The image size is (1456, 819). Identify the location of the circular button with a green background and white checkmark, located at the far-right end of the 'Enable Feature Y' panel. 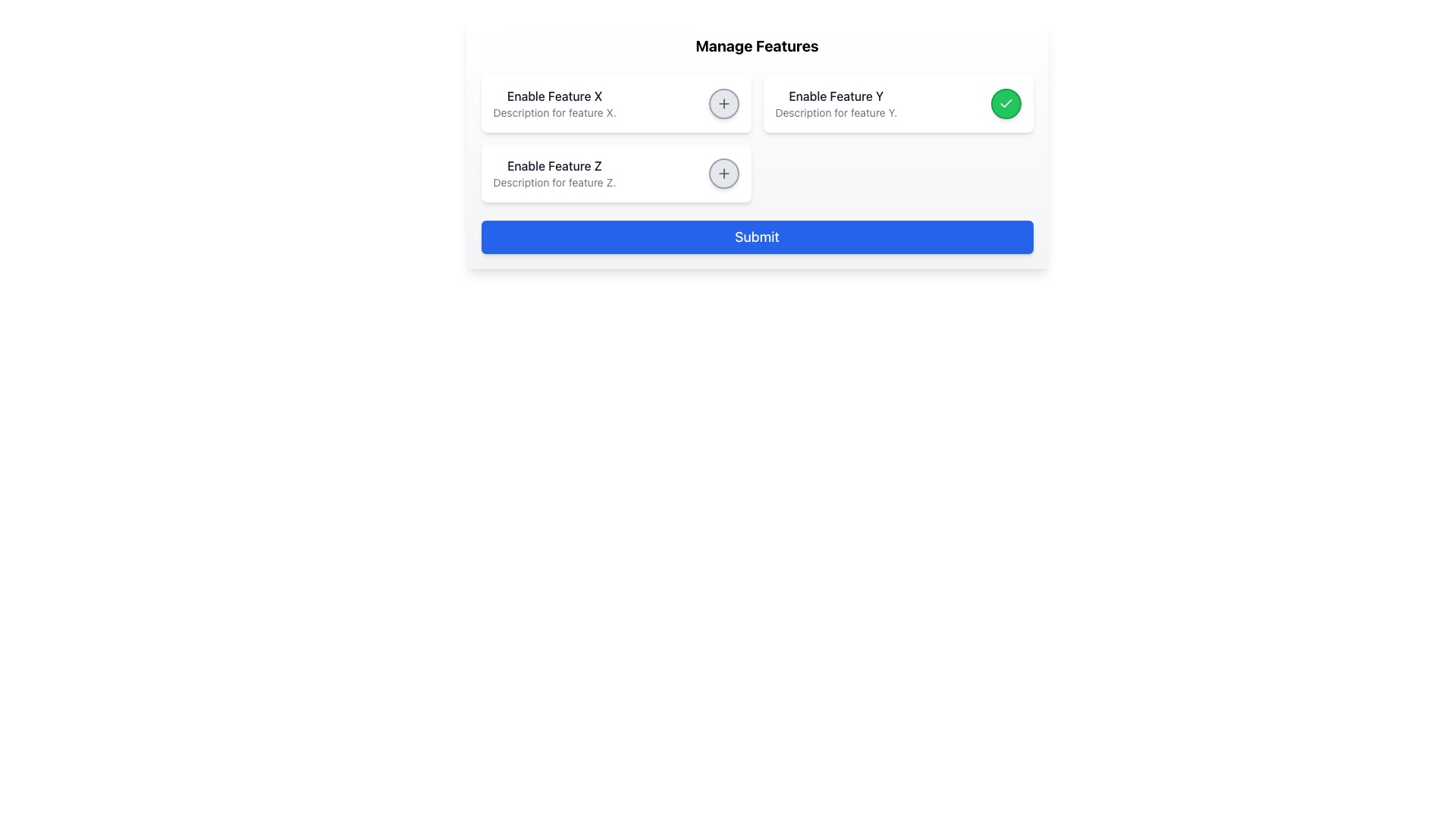
(1006, 103).